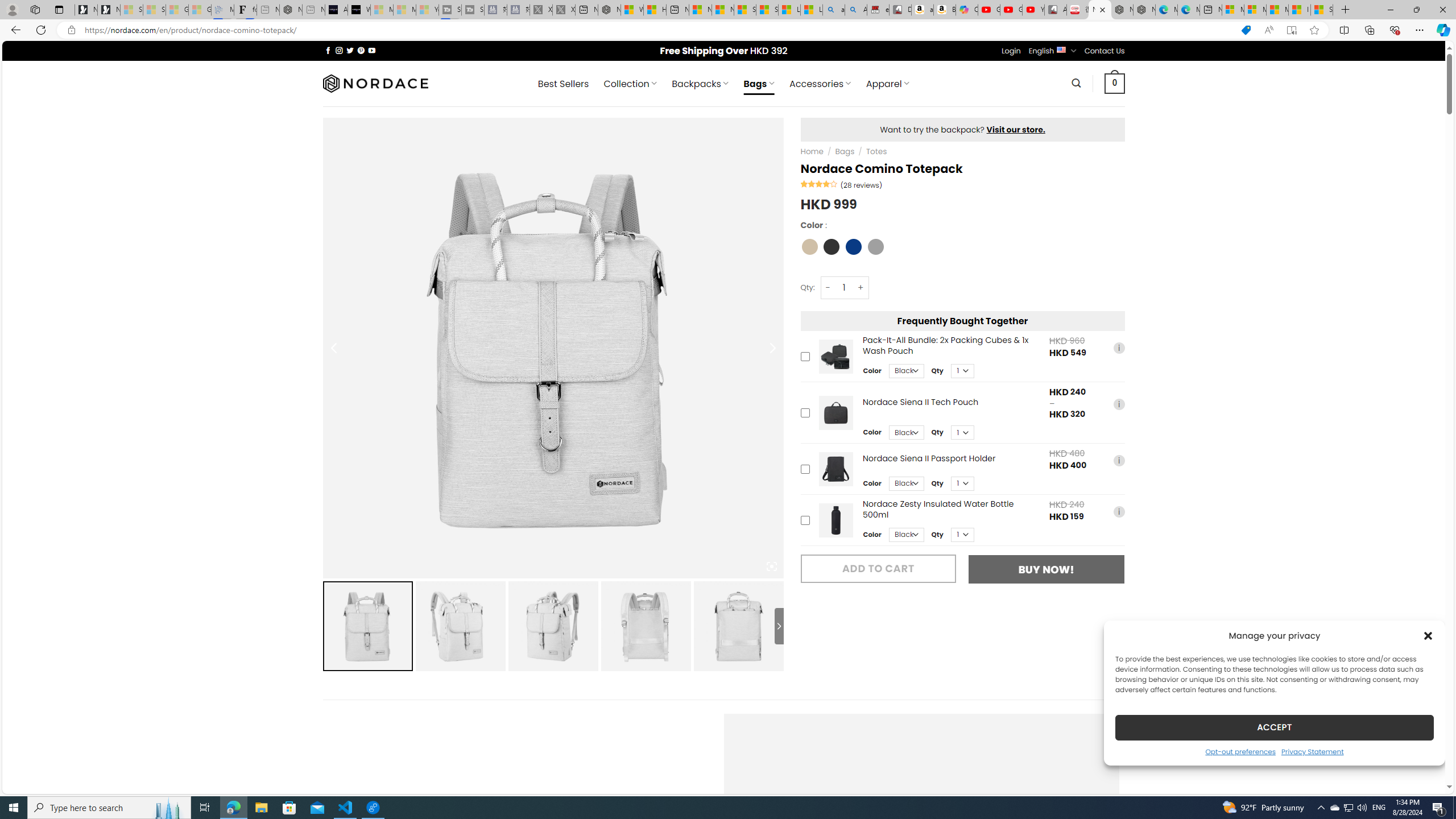 Image resolution: width=1456 pixels, height=819 pixels. What do you see at coordinates (291, 9) in the screenshot?
I see `'Nordace - #1 Japanese Best-Seller - Siena Smart Backpack'` at bounding box center [291, 9].